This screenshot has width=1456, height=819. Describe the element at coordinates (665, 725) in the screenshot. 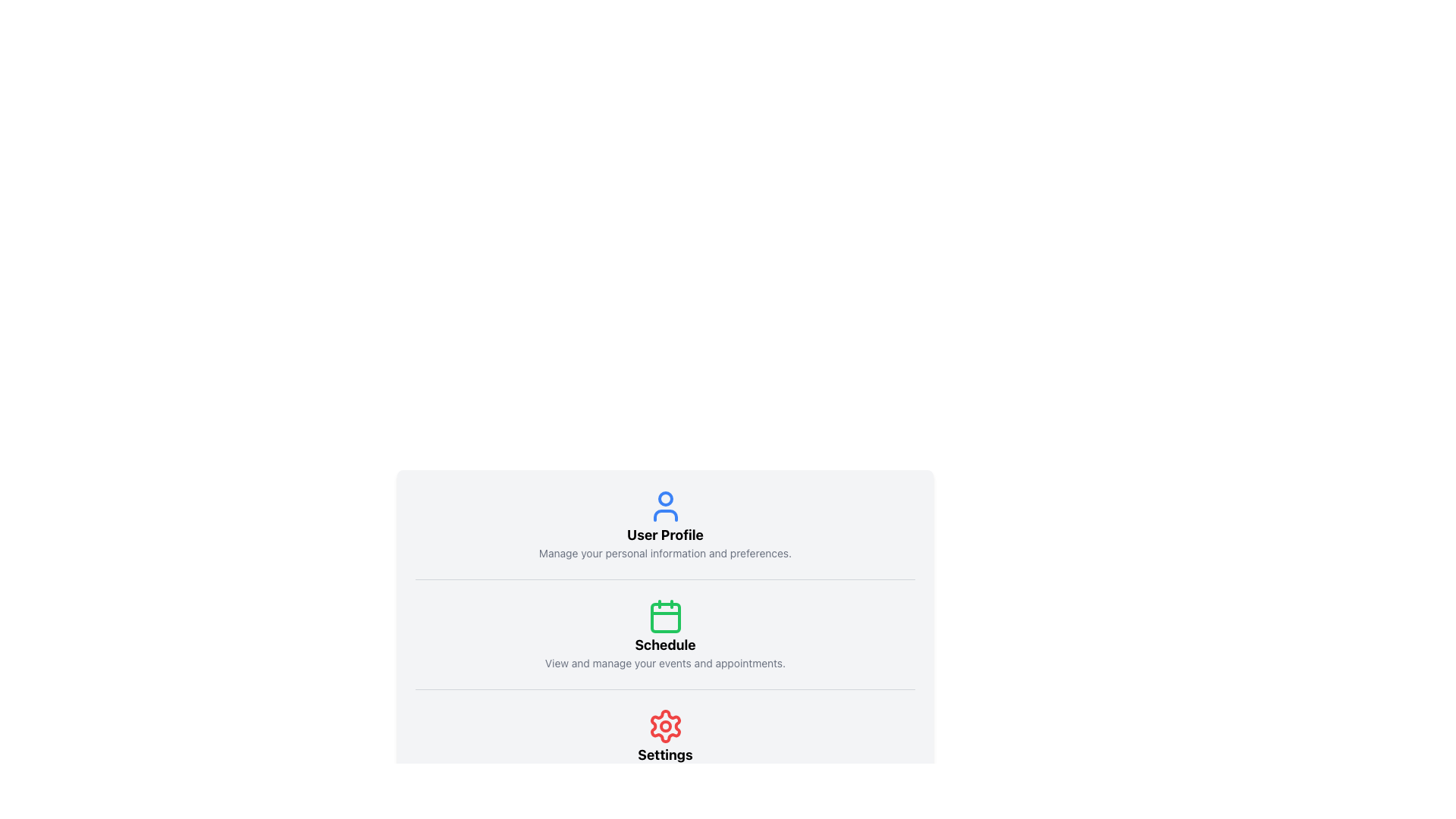

I see `the red gear icon that symbolizes settings, located below the 'Settings' text in the third section of a column-like layout` at that location.